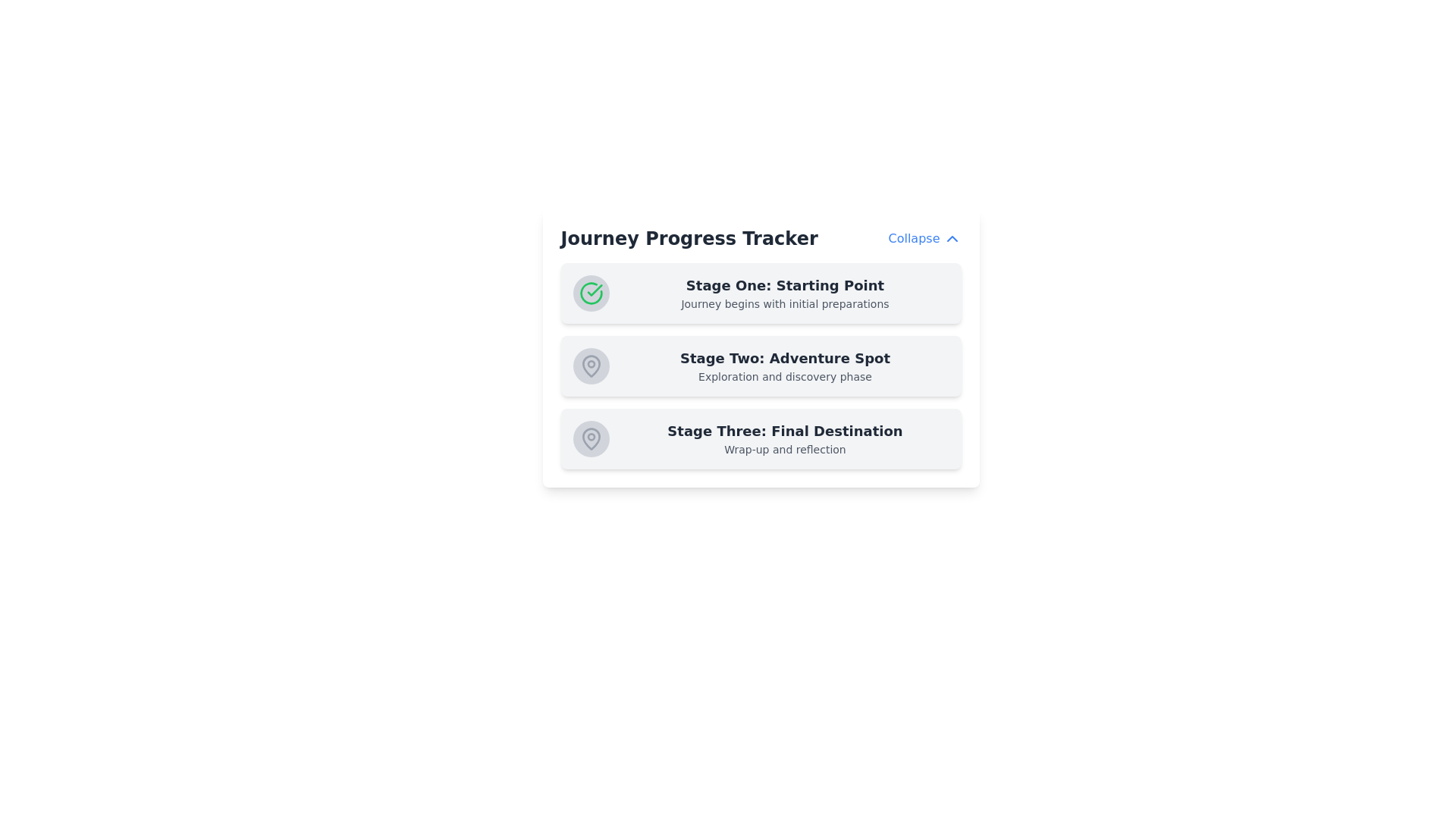  Describe the element at coordinates (785, 438) in the screenshot. I see `the third stage label of the journey progress tracker, located below 'Stage Two: Adventure Spot'` at that location.